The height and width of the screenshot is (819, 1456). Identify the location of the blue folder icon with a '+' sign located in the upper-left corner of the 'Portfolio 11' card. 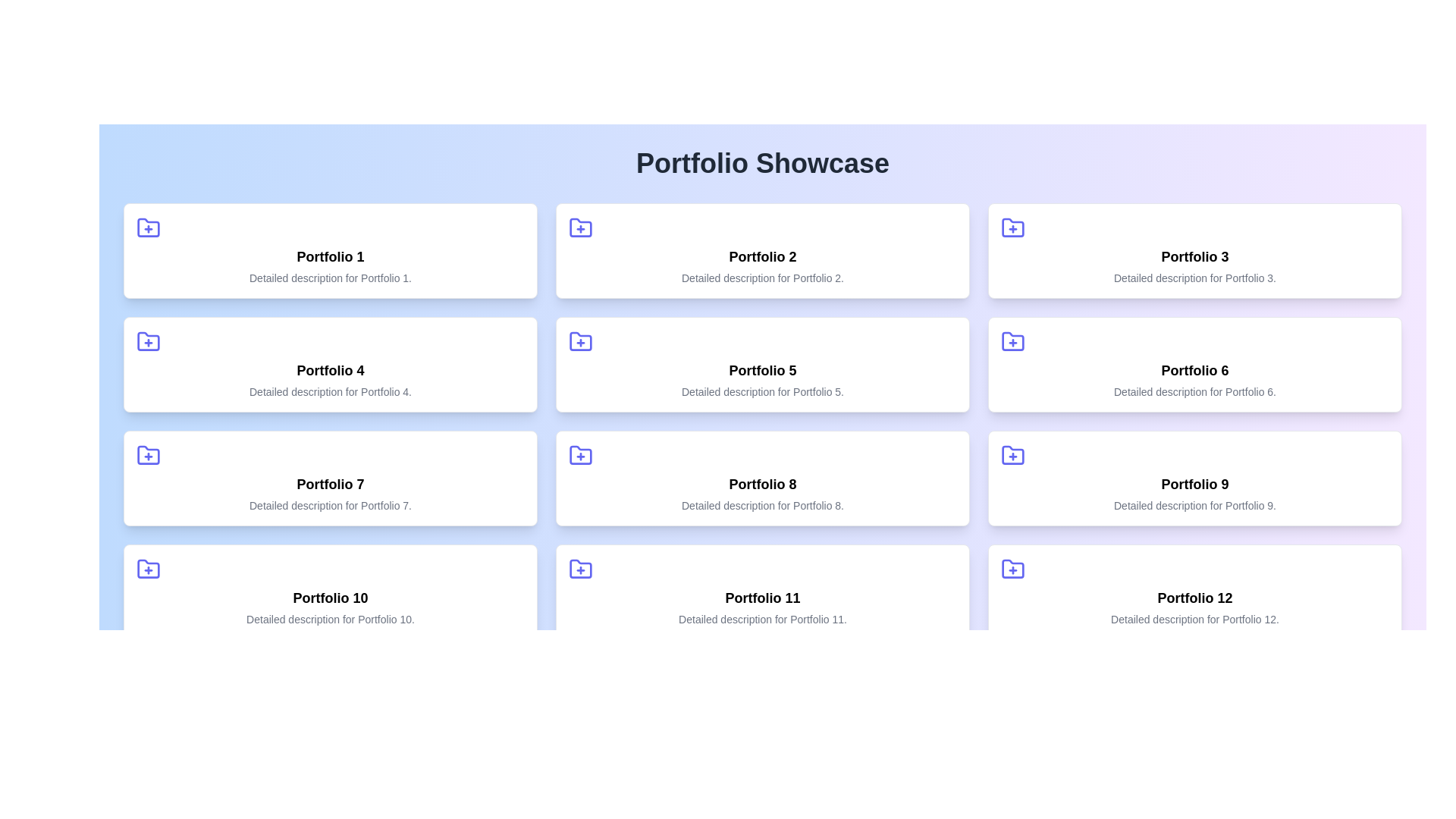
(580, 568).